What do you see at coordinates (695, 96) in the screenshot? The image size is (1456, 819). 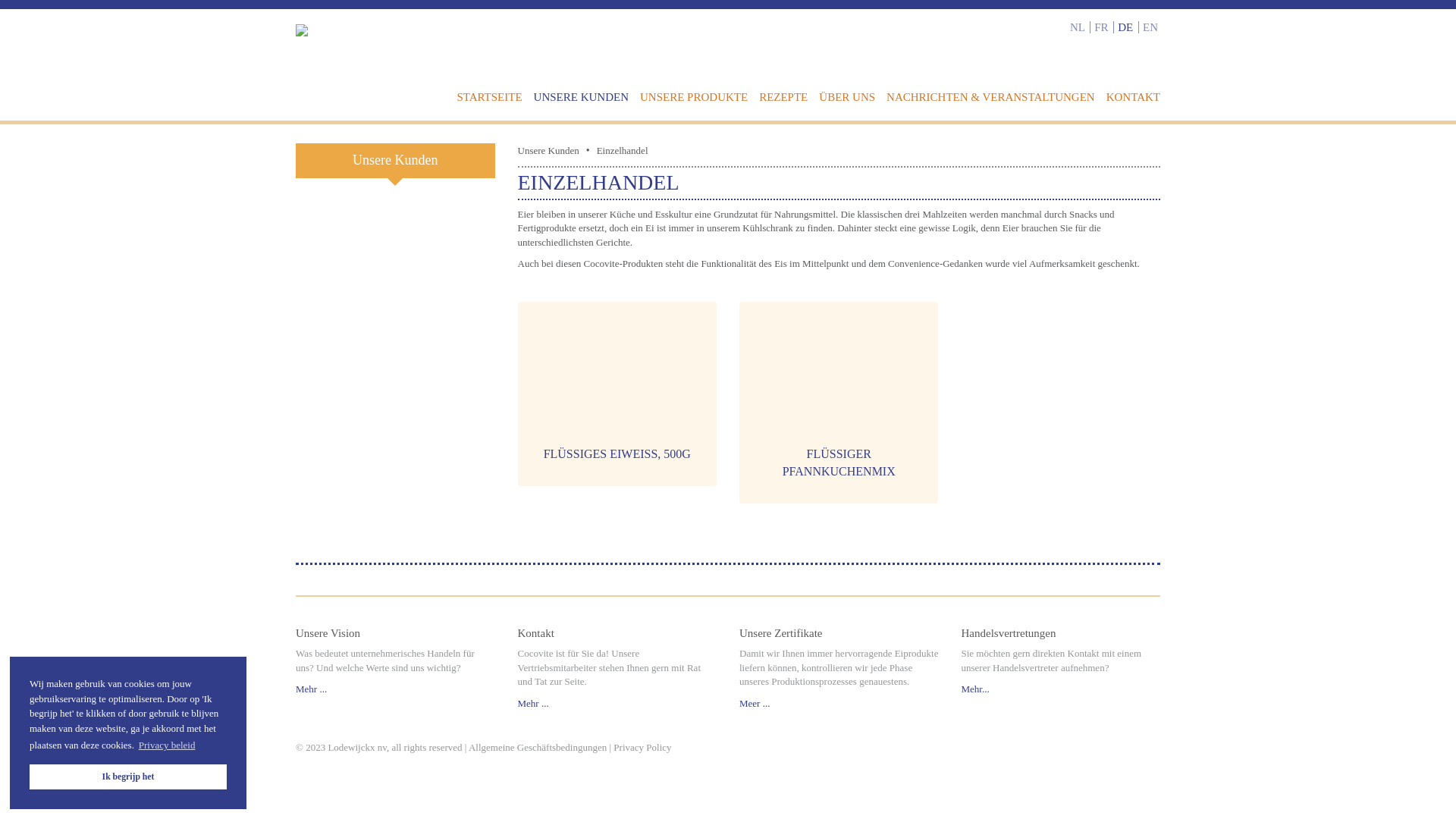 I see `'UNSERE PRODUKTE'` at bounding box center [695, 96].